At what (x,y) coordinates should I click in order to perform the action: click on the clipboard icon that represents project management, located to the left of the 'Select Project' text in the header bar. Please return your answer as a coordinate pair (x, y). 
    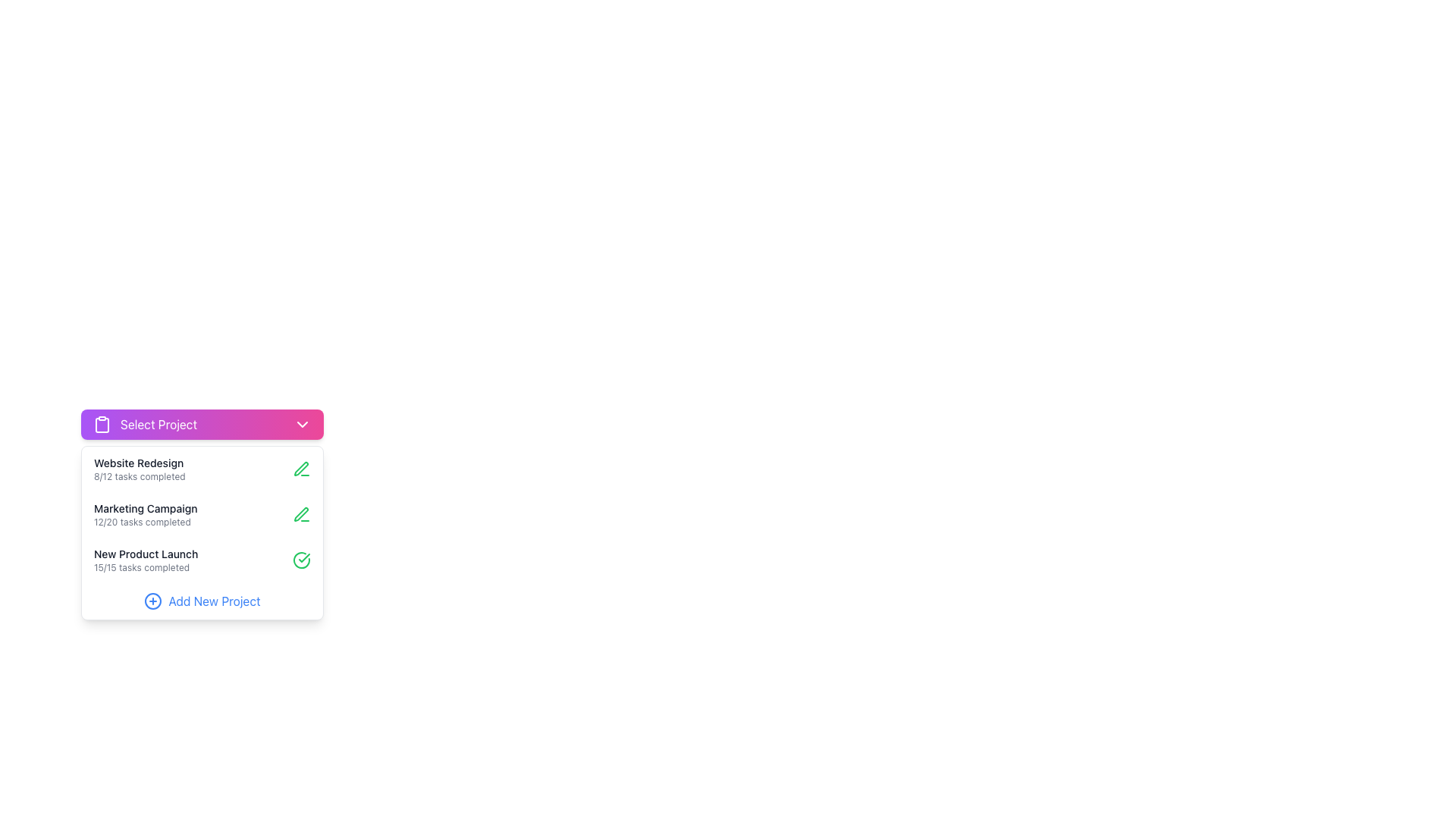
    Looking at the image, I should click on (101, 425).